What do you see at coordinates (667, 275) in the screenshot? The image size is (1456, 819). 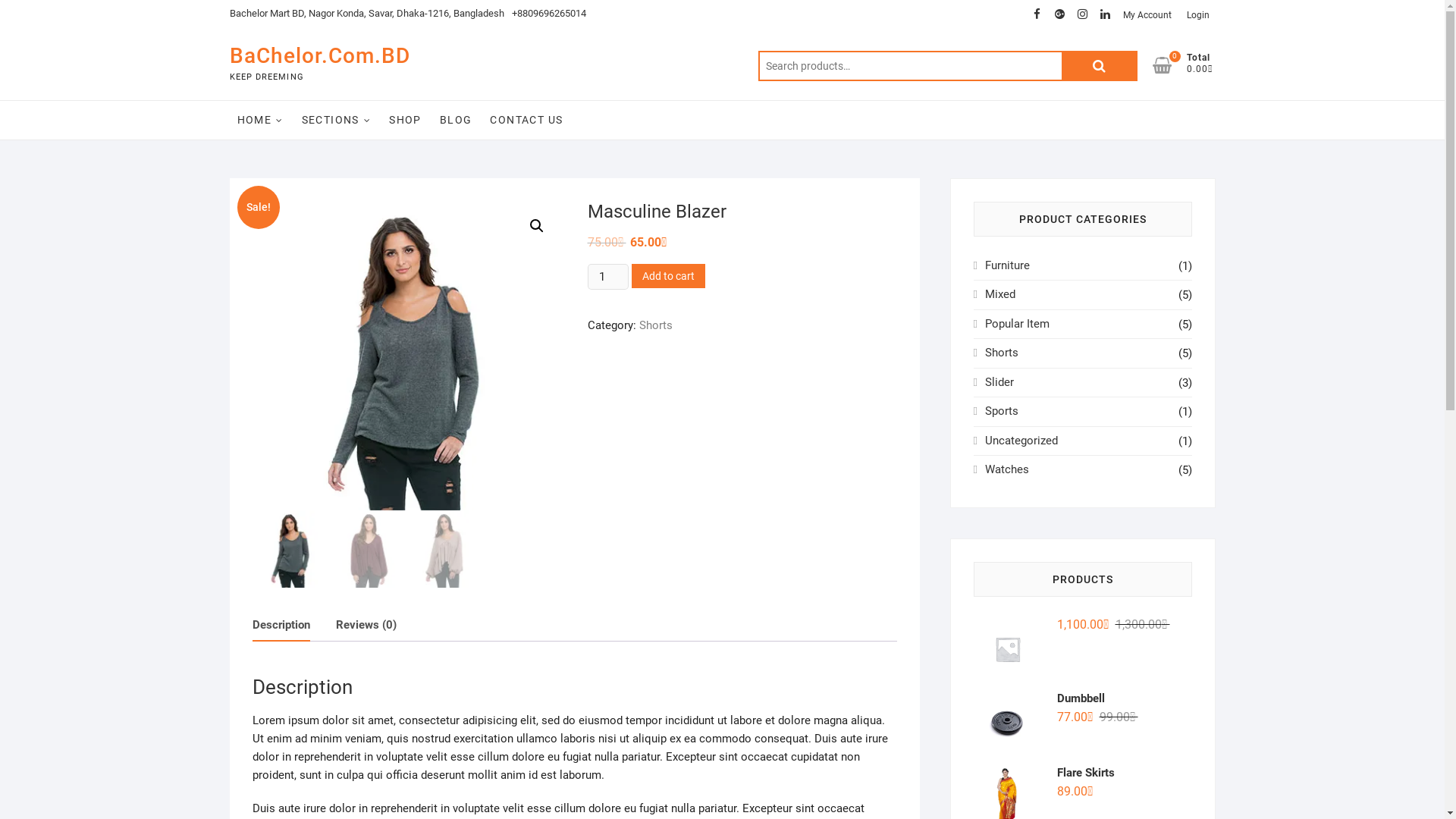 I see `'Add to cart'` at bounding box center [667, 275].